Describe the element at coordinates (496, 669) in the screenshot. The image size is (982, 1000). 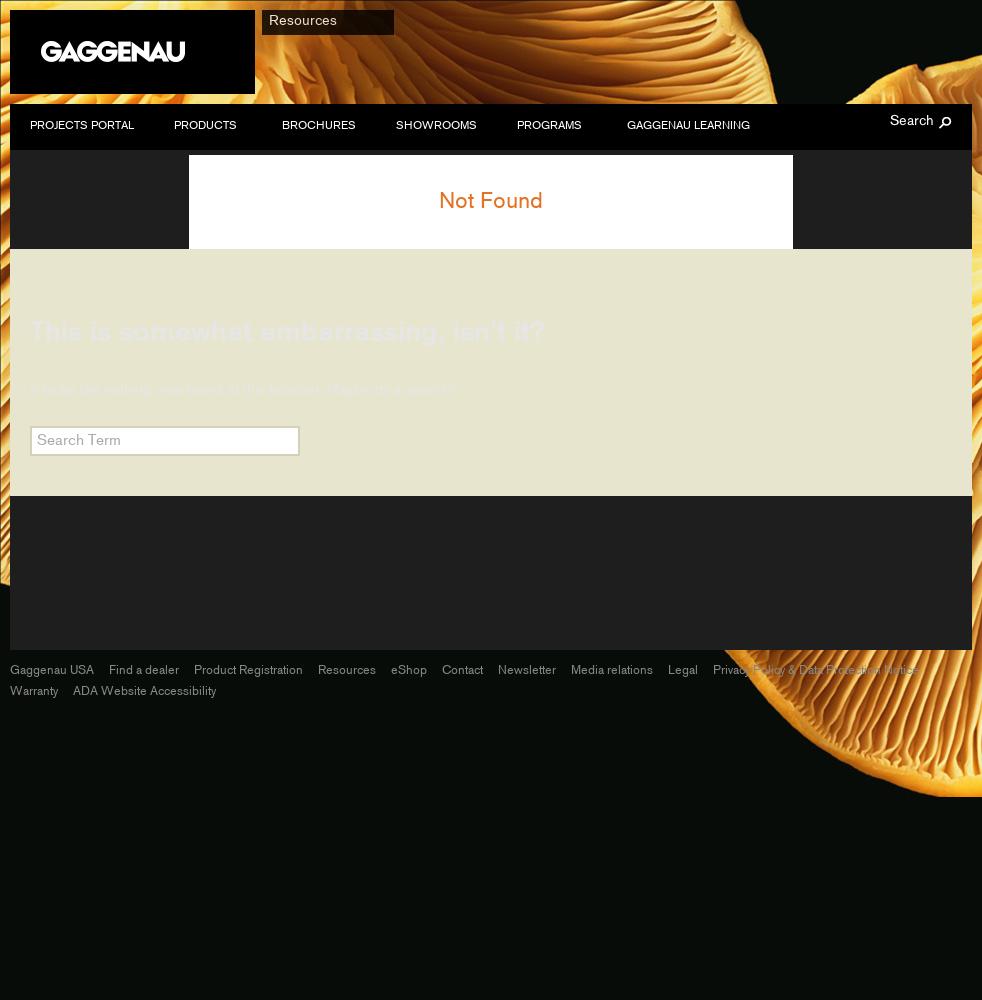
I see `'Newsletter'` at that location.